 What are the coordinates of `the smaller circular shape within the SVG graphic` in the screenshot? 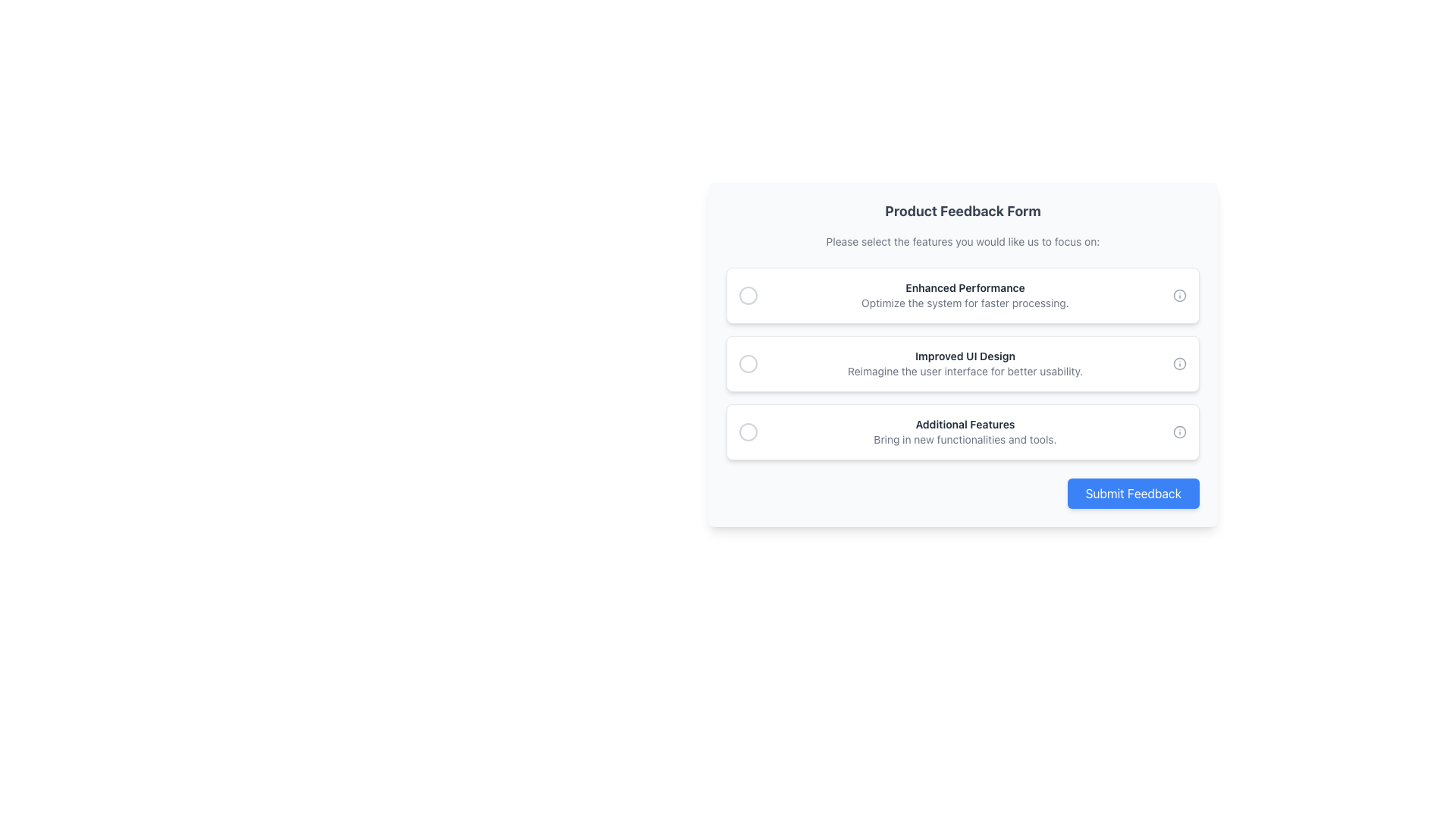 It's located at (1178, 295).